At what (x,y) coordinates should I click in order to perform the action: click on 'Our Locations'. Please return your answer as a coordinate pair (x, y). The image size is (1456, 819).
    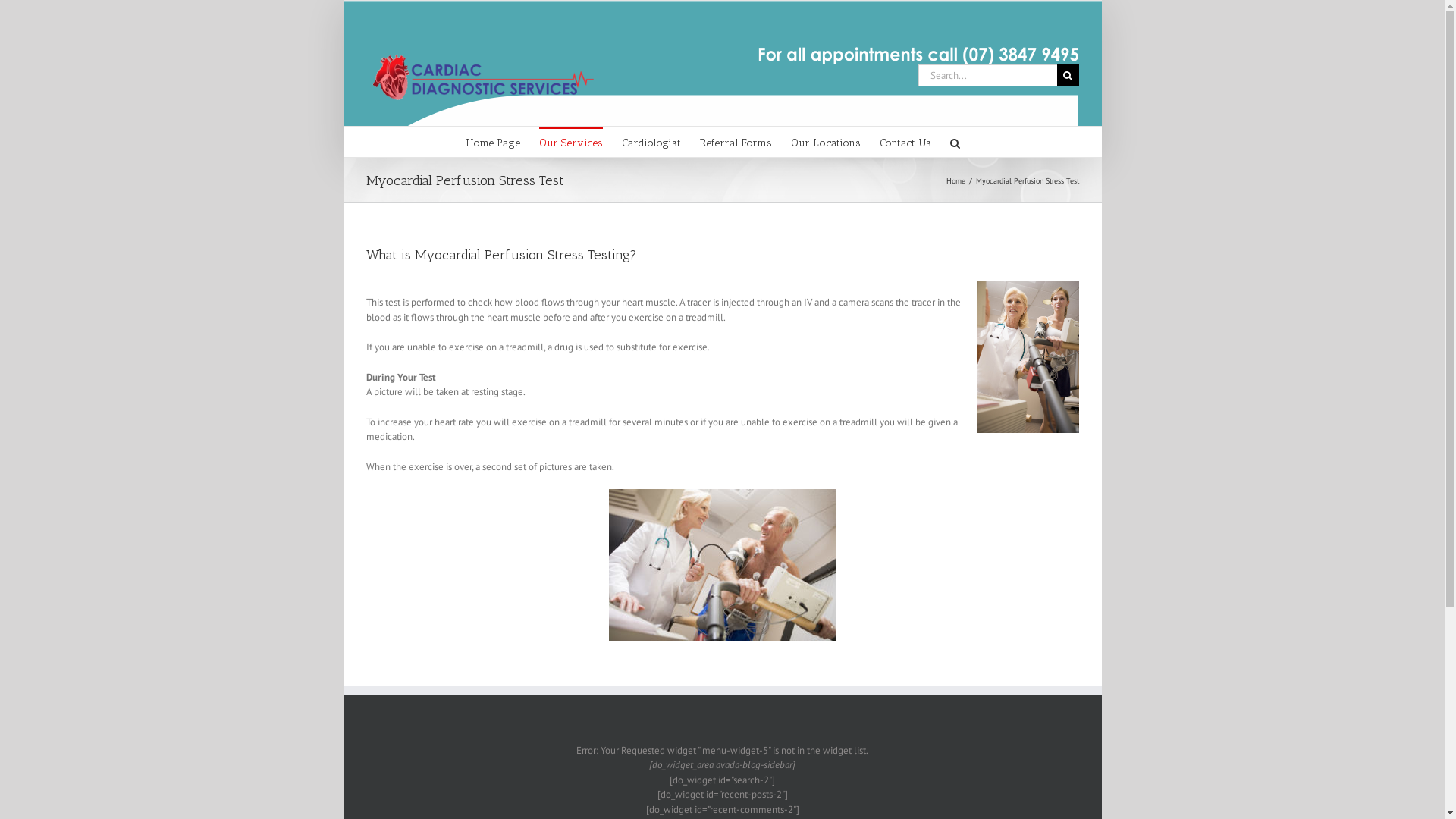
    Looking at the image, I should click on (789, 141).